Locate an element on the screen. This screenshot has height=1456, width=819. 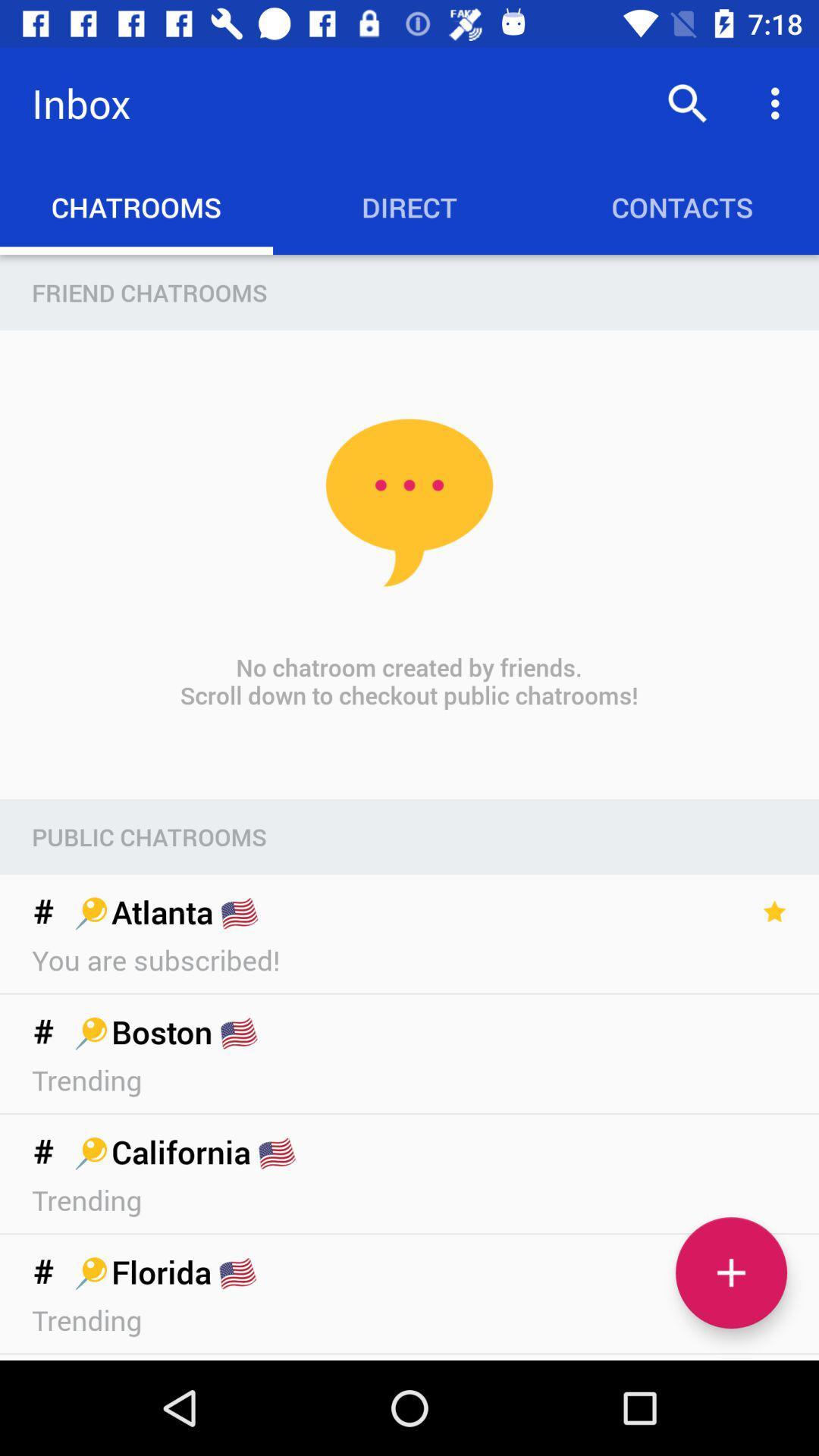
chatroom is located at coordinates (730, 1272).